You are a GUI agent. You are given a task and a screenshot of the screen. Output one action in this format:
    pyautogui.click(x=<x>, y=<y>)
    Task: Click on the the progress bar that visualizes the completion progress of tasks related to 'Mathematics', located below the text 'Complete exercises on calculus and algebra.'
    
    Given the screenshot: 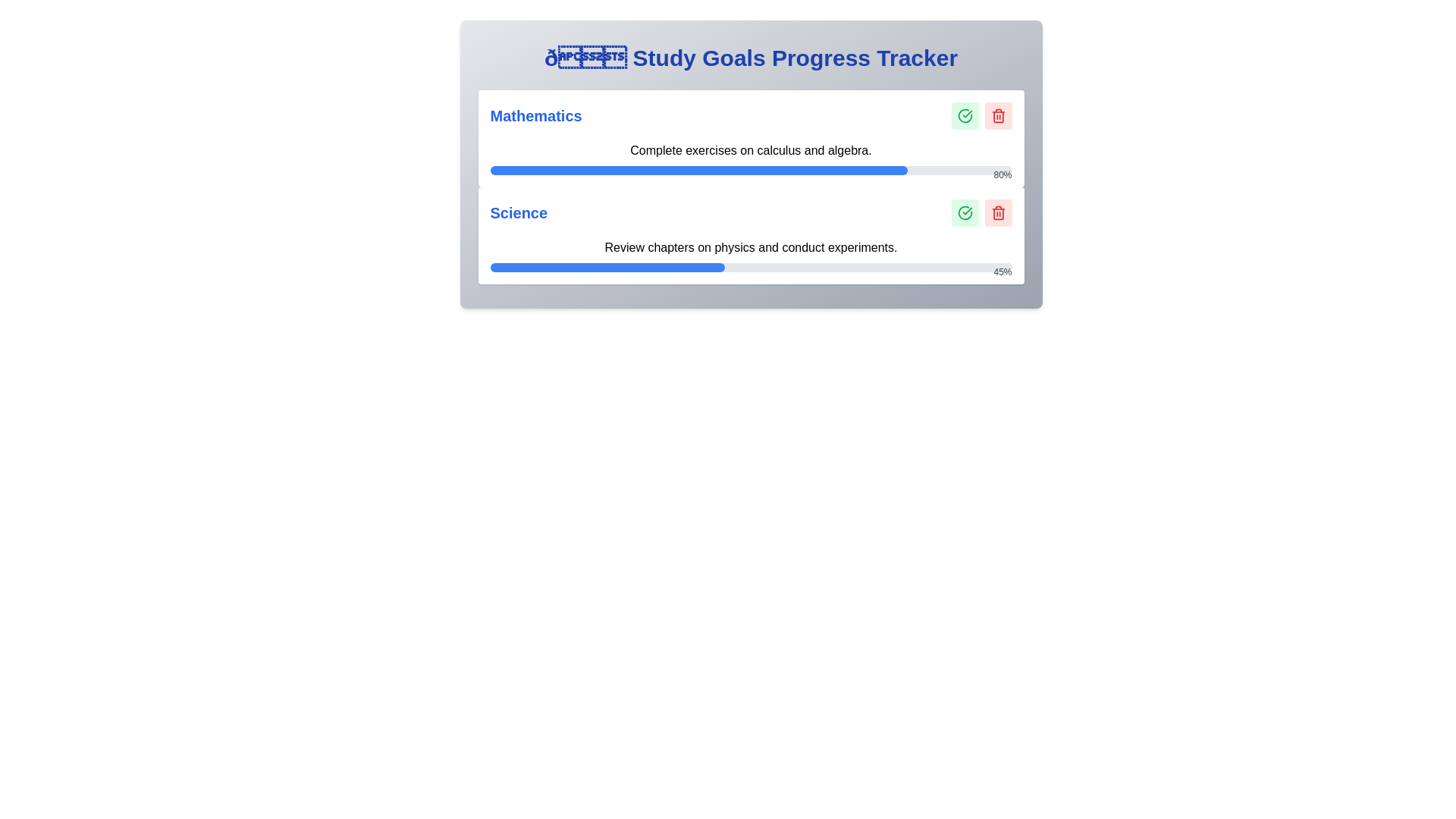 What is the action you would take?
    pyautogui.click(x=751, y=170)
    